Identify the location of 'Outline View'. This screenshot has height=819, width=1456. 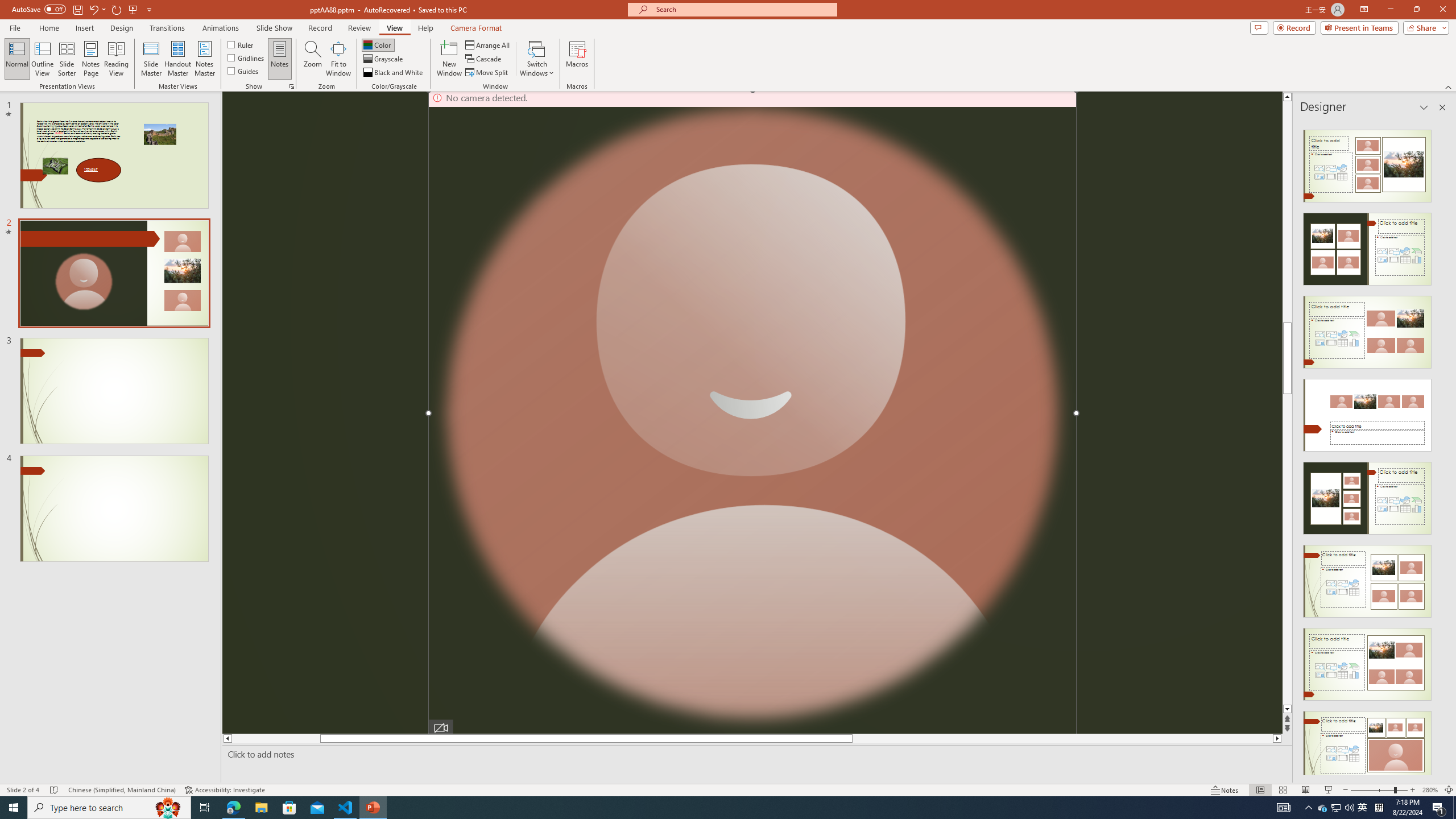
(42, 59).